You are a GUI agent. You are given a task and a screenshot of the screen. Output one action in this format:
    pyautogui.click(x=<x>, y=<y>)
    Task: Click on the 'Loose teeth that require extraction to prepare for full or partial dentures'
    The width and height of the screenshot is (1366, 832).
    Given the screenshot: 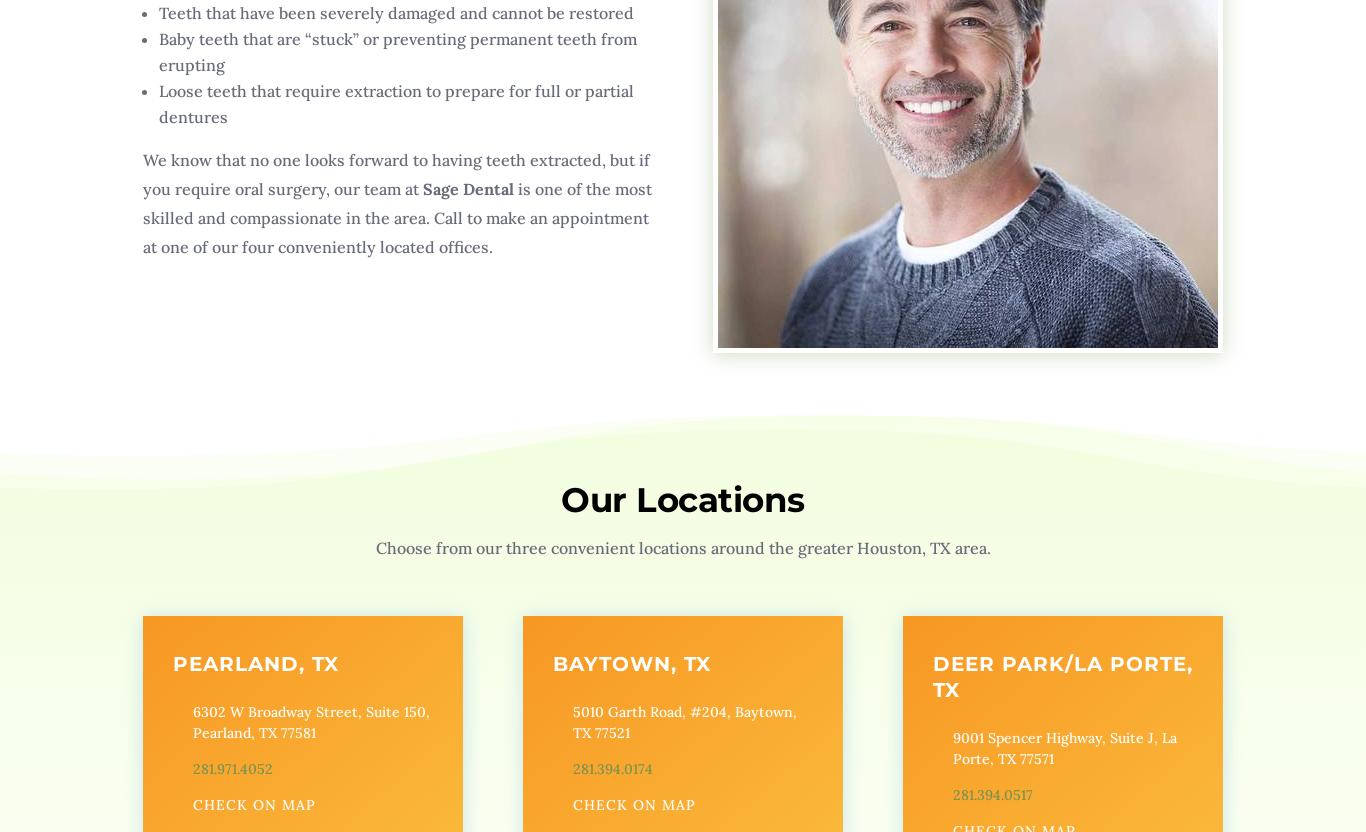 What is the action you would take?
    pyautogui.click(x=395, y=104)
    